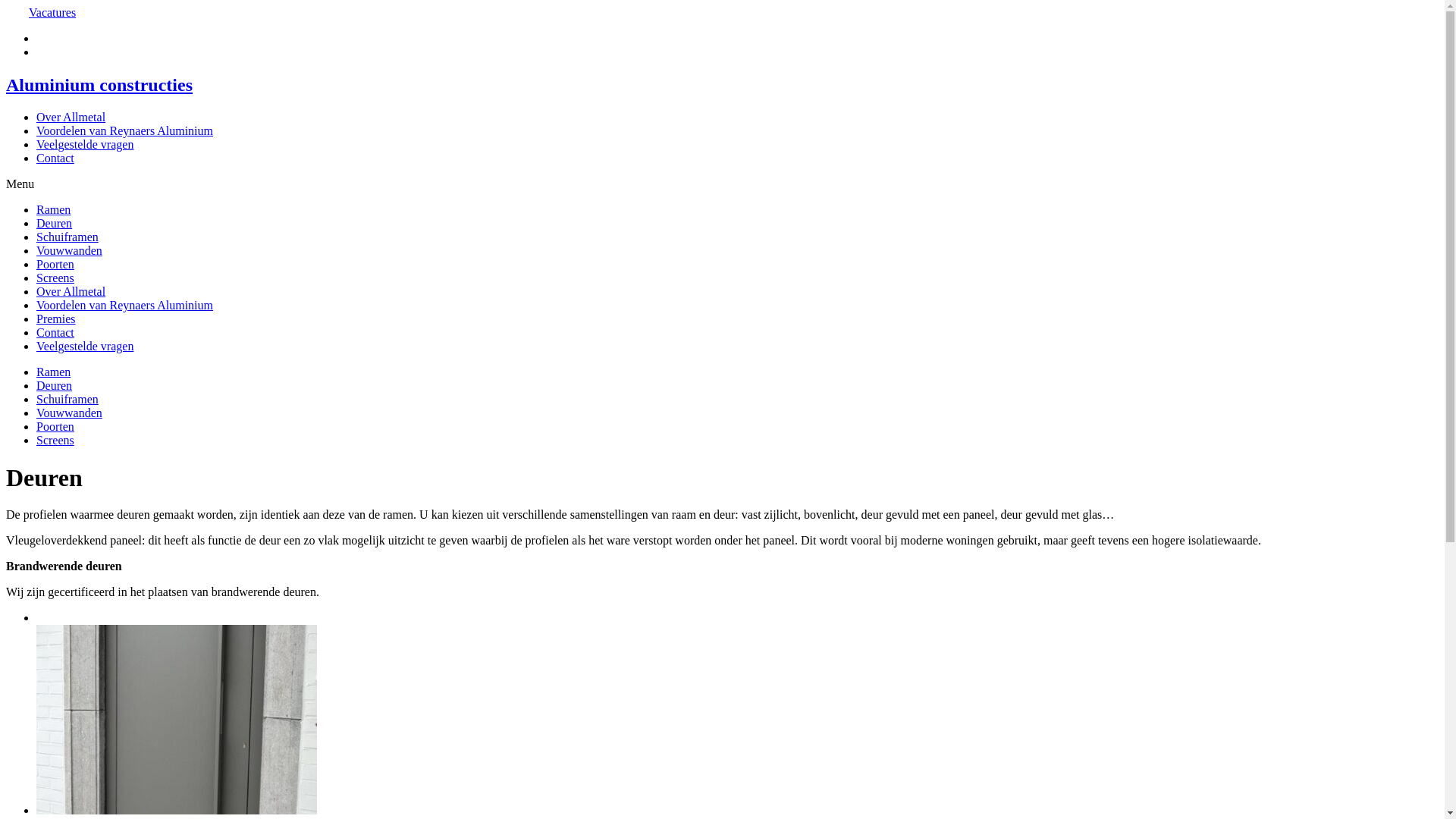  I want to click on 'Poorten', so click(55, 426).